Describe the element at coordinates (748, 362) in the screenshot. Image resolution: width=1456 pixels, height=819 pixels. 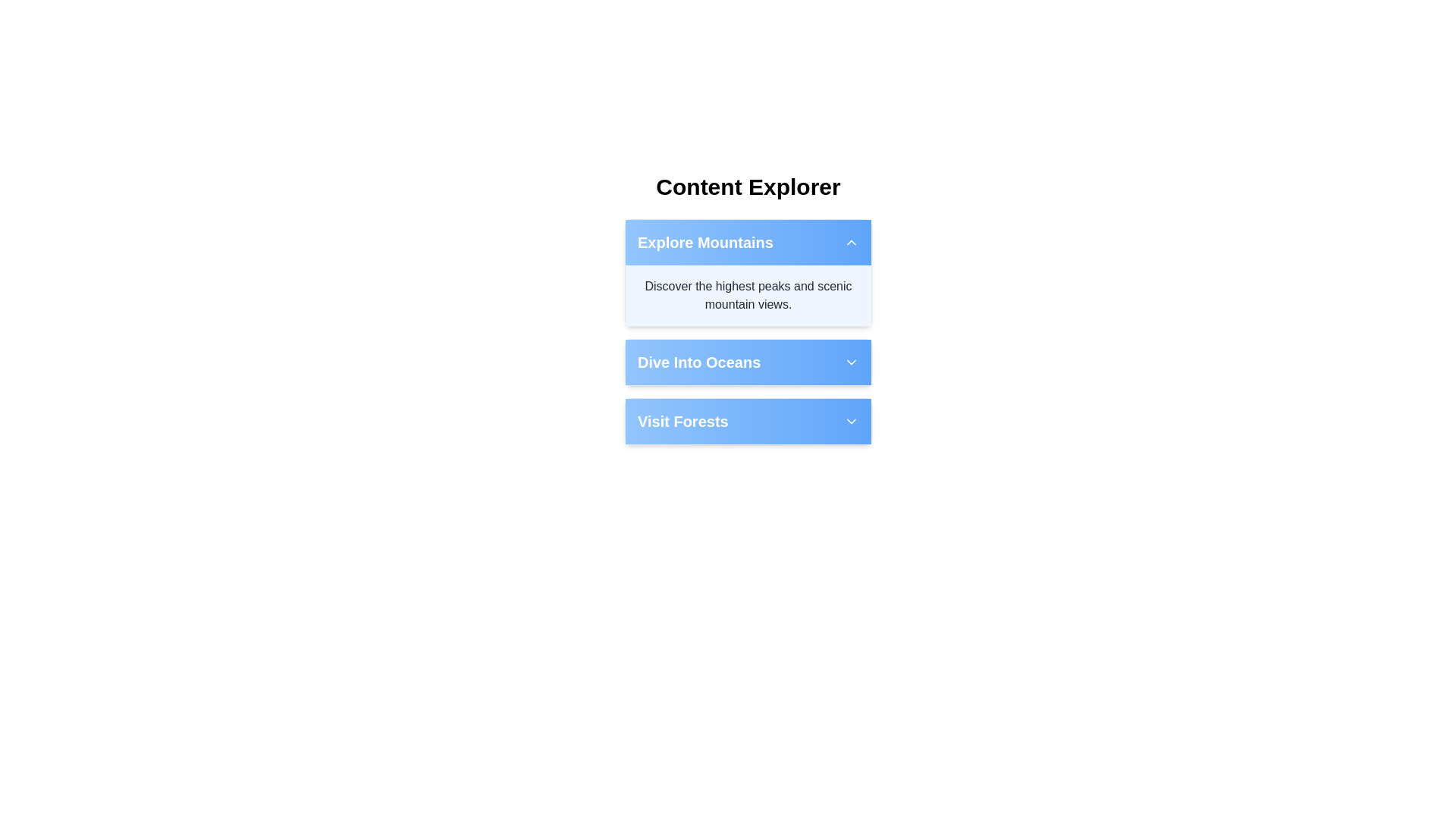
I see `the middle card in the 'Content Explorer' section` at that location.